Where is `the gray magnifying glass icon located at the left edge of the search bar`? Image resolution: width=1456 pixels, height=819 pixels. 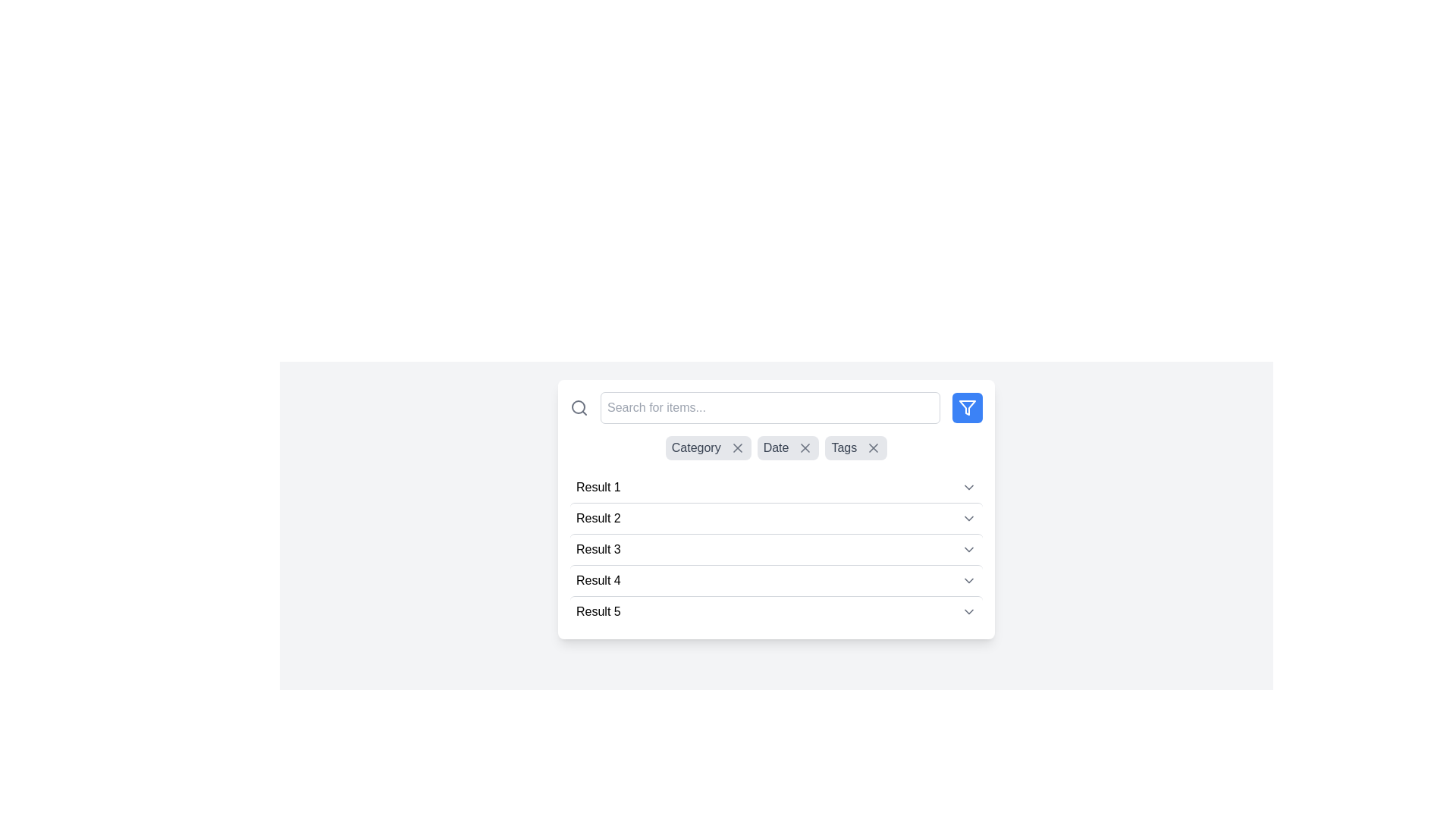
the gray magnifying glass icon located at the left edge of the search bar is located at coordinates (578, 406).